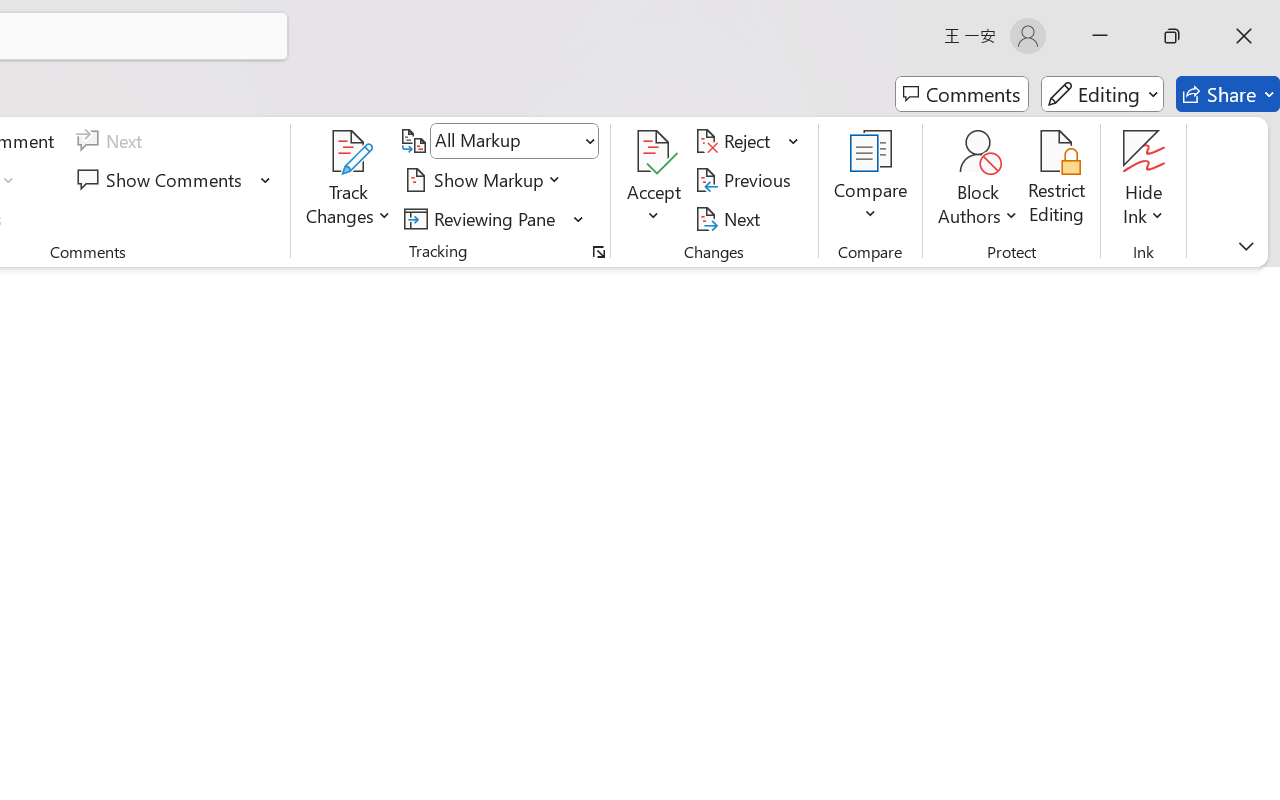 The width and height of the screenshot is (1280, 800). What do you see at coordinates (735, 141) in the screenshot?
I see `'Reject and Move to Next'` at bounding box center [735, 141].